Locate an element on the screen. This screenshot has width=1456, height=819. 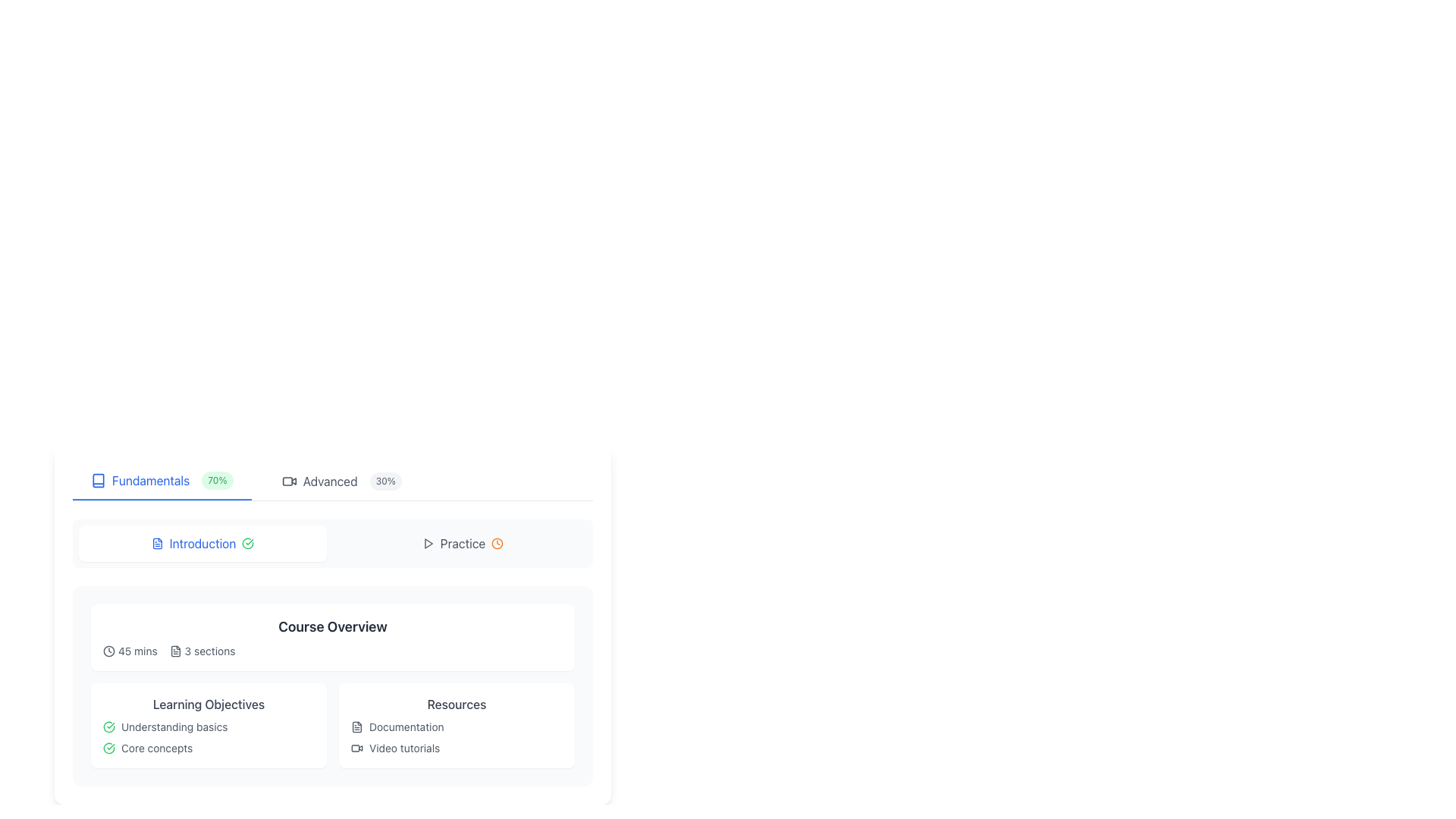
the textual label representing a completed learning objective in the course interface, which is the first item under the 'Learning Objectives' section is located at coordinates (174, 726).